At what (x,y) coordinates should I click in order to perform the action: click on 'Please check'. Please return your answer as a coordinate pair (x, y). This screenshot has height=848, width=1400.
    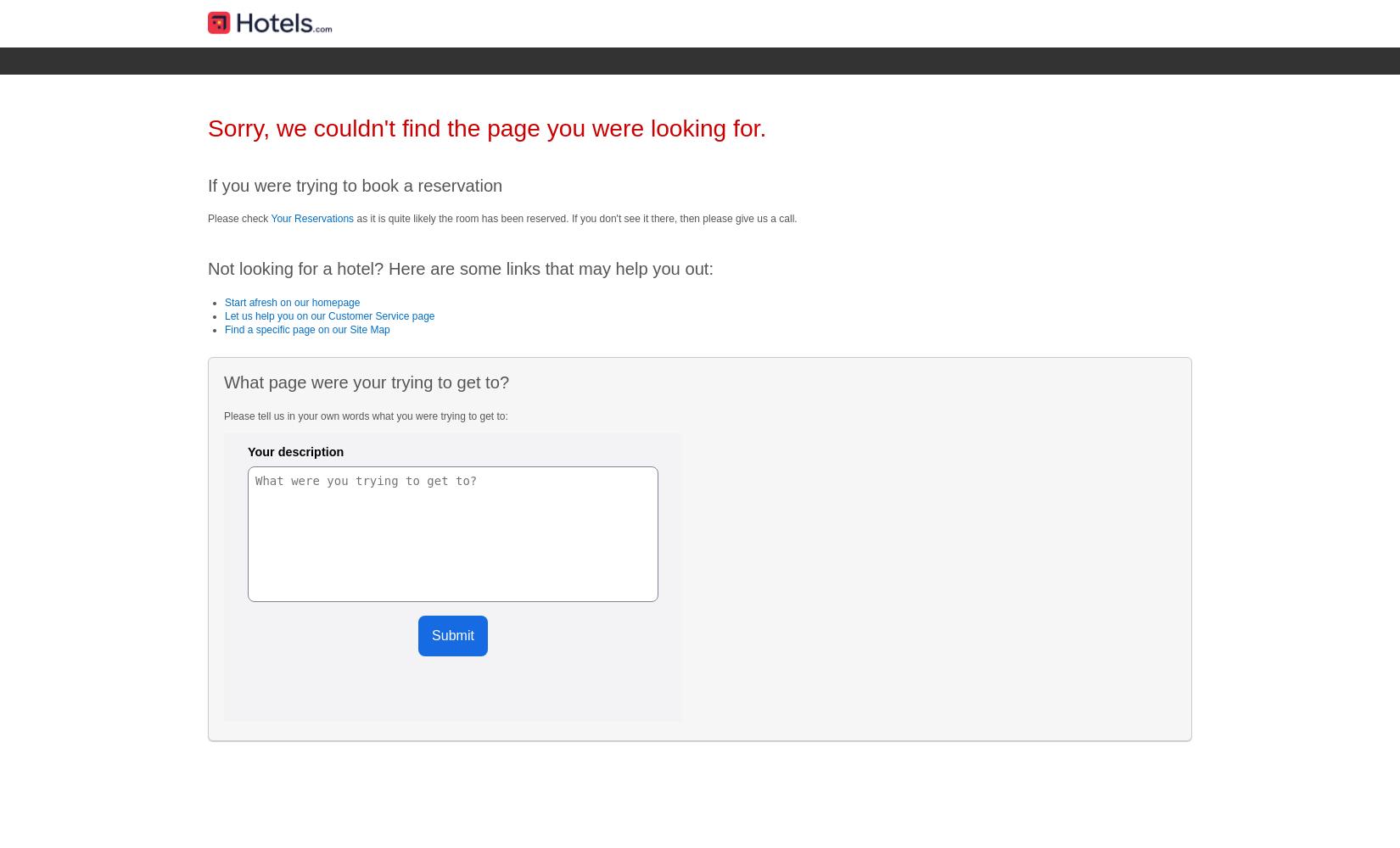
    Looking at the image, I should click on (238, 218).